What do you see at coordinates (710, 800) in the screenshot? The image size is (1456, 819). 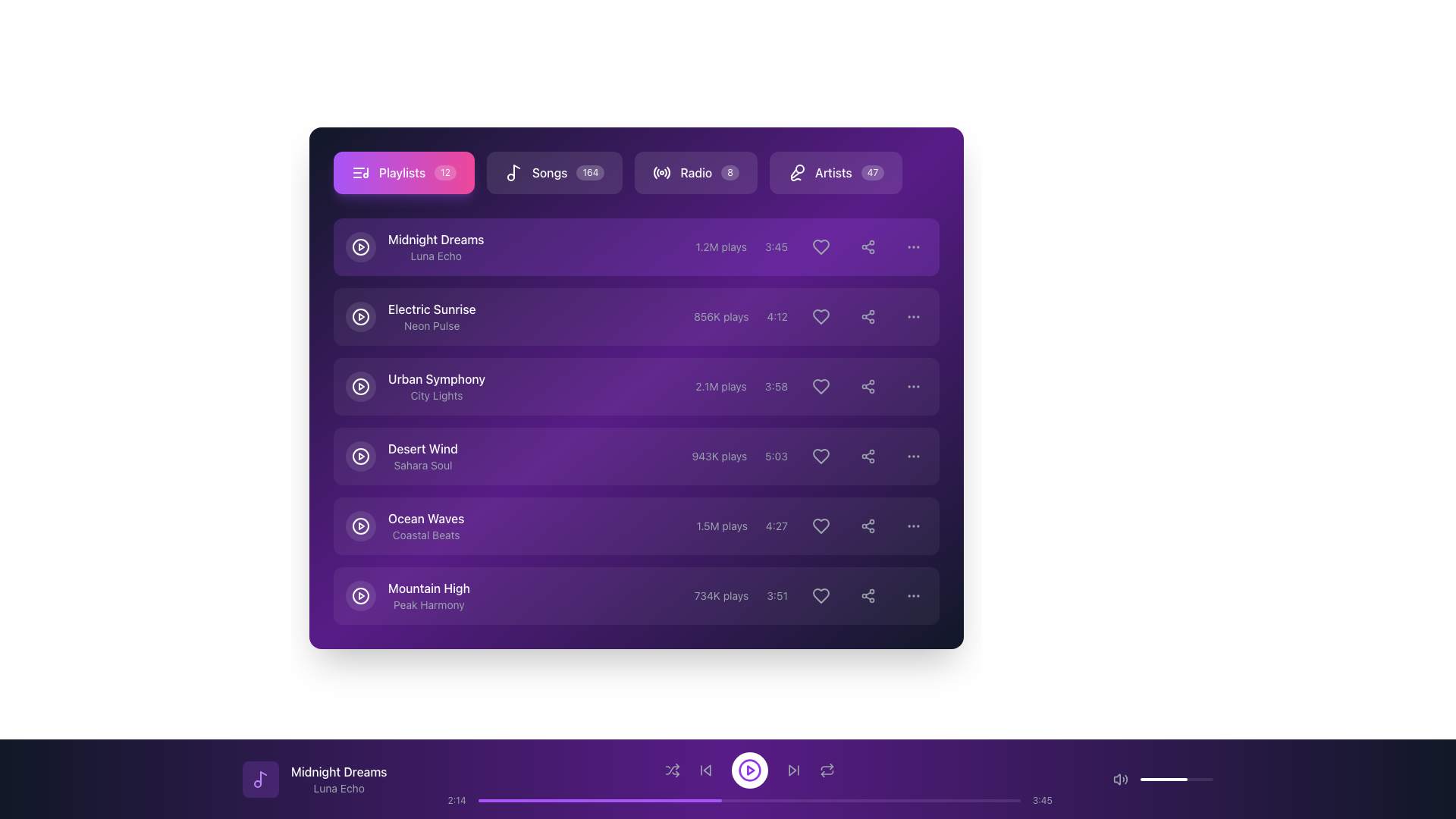 I see `playback time` at bounding box center [710, 800].